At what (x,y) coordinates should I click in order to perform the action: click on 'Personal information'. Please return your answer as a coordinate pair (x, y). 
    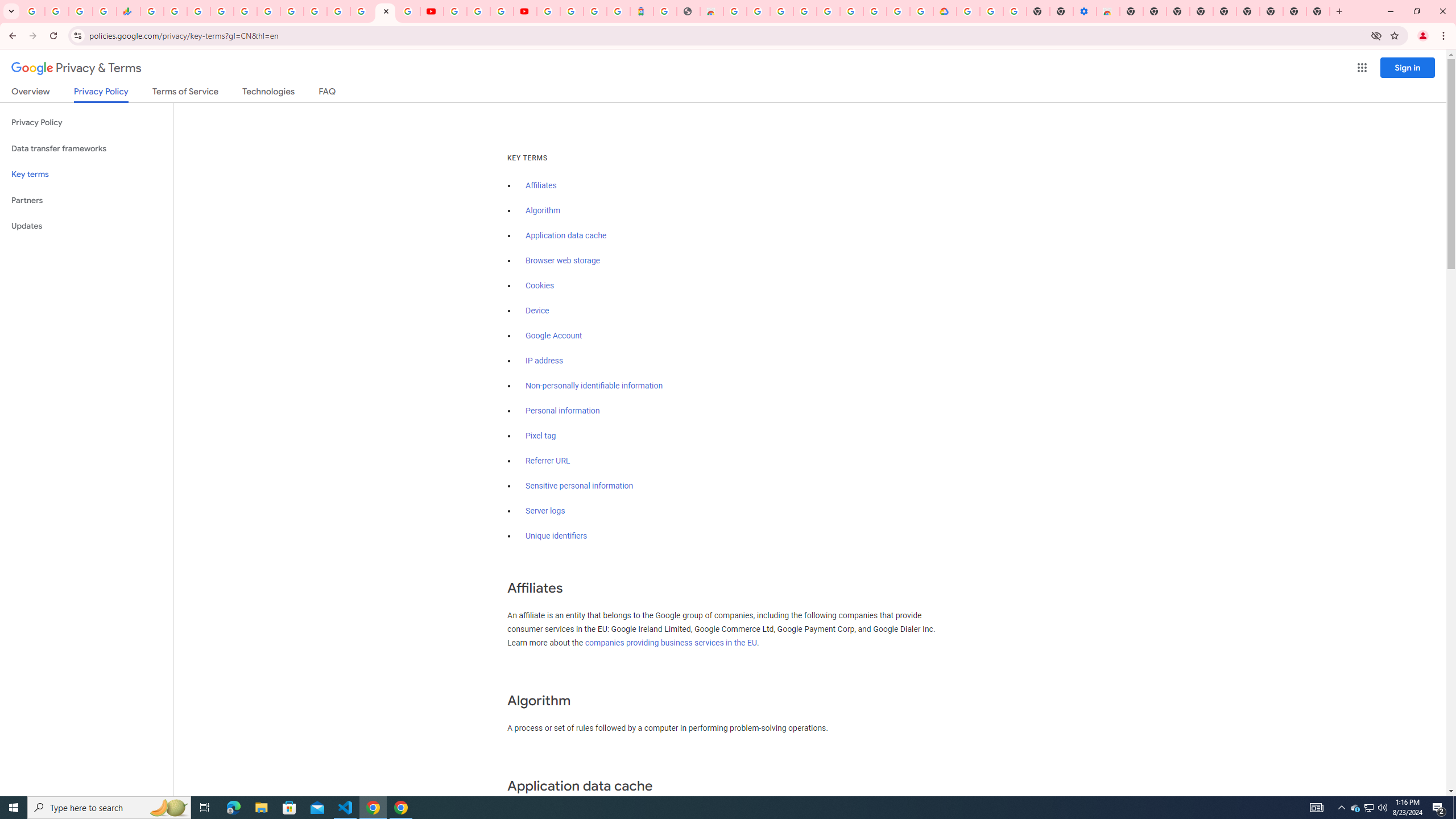
    Looking at the image, I should click on (562, 410).